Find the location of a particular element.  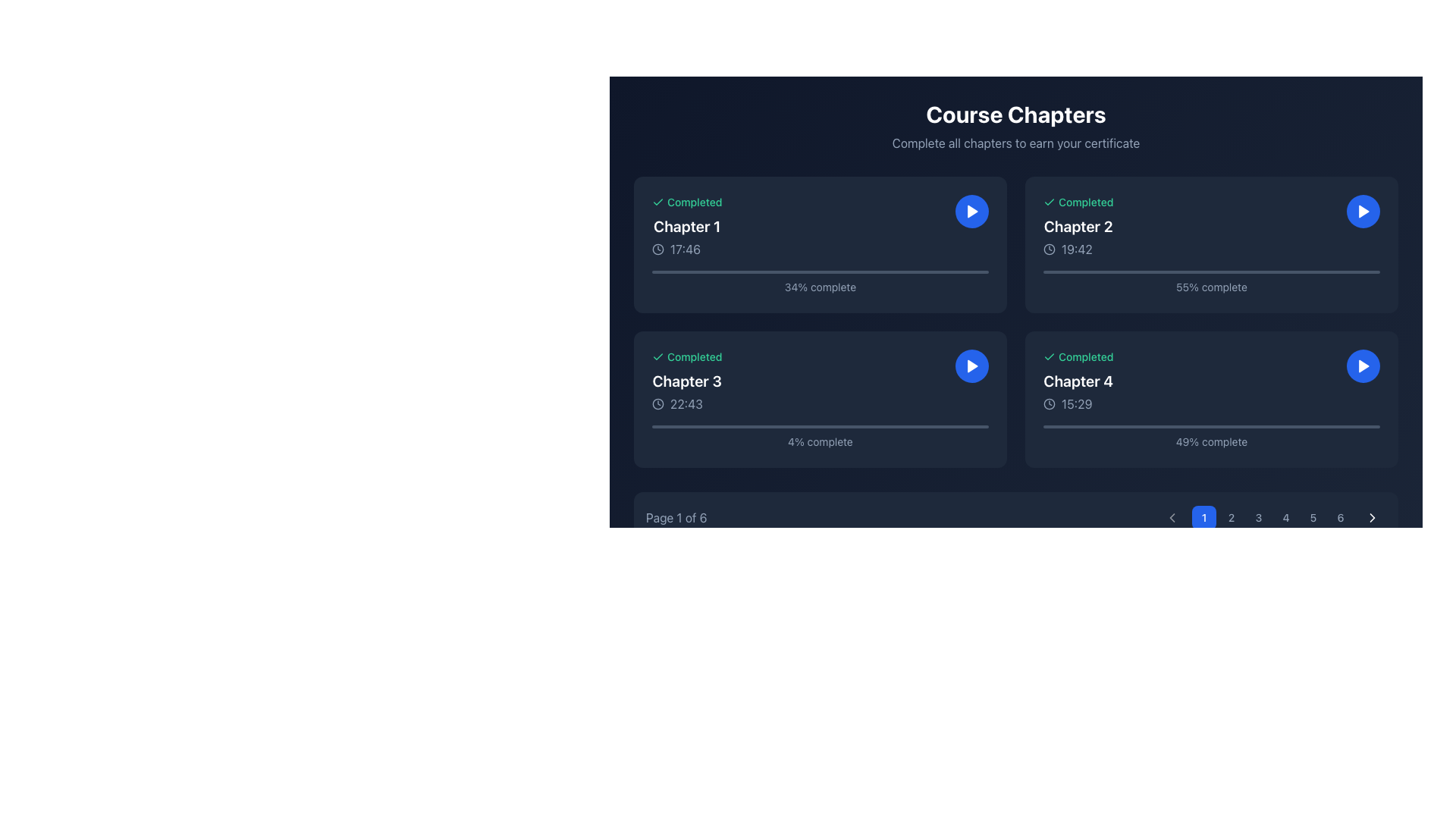

completion status, title, and timestamp of the first chapter card located at the upper left corner of the grid of chapter cards is located at coordinates (819, 227).